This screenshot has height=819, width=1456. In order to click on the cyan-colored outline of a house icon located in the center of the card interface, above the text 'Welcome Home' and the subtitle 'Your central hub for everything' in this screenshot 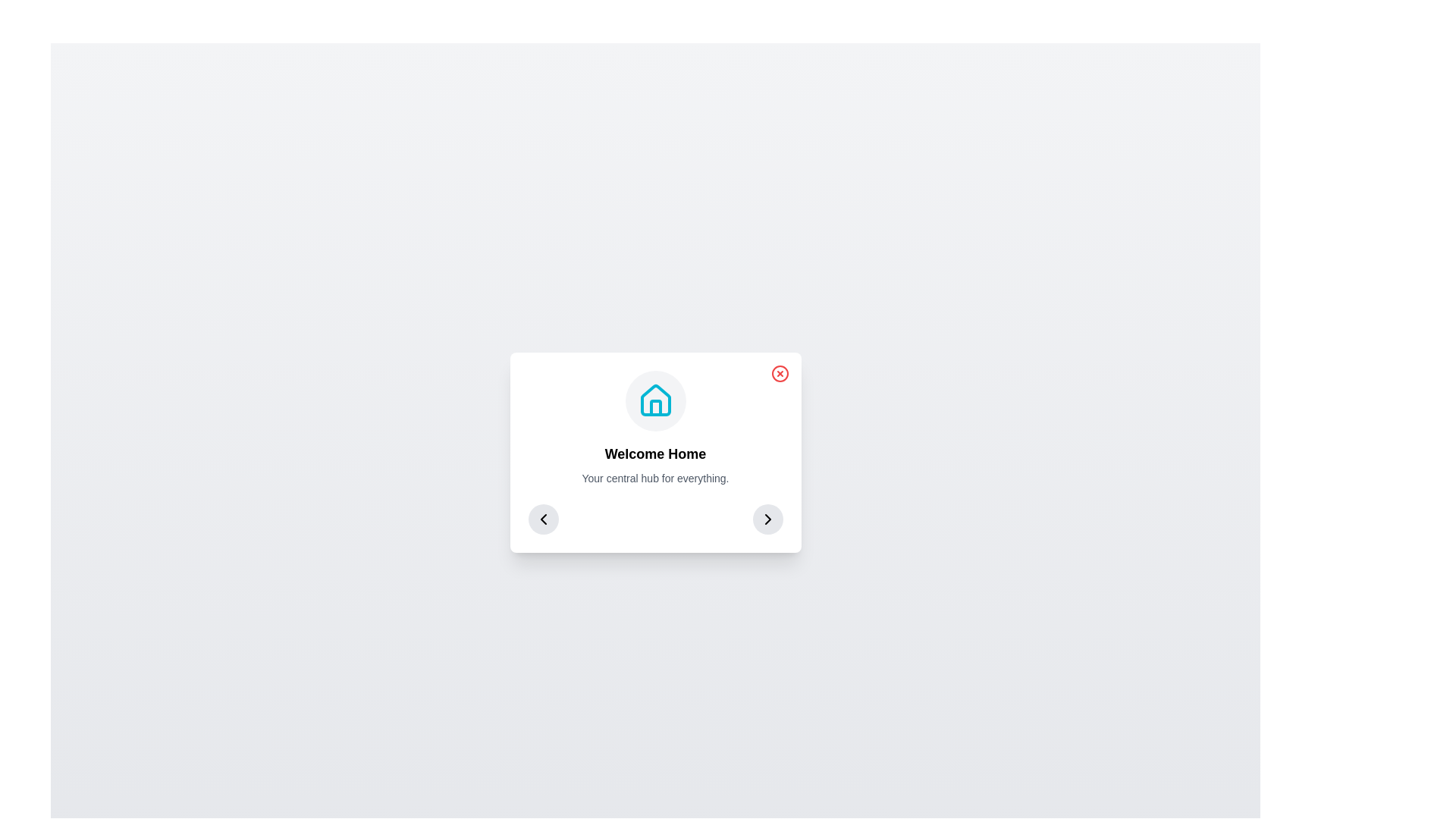, I will do `click(655, 400)`.